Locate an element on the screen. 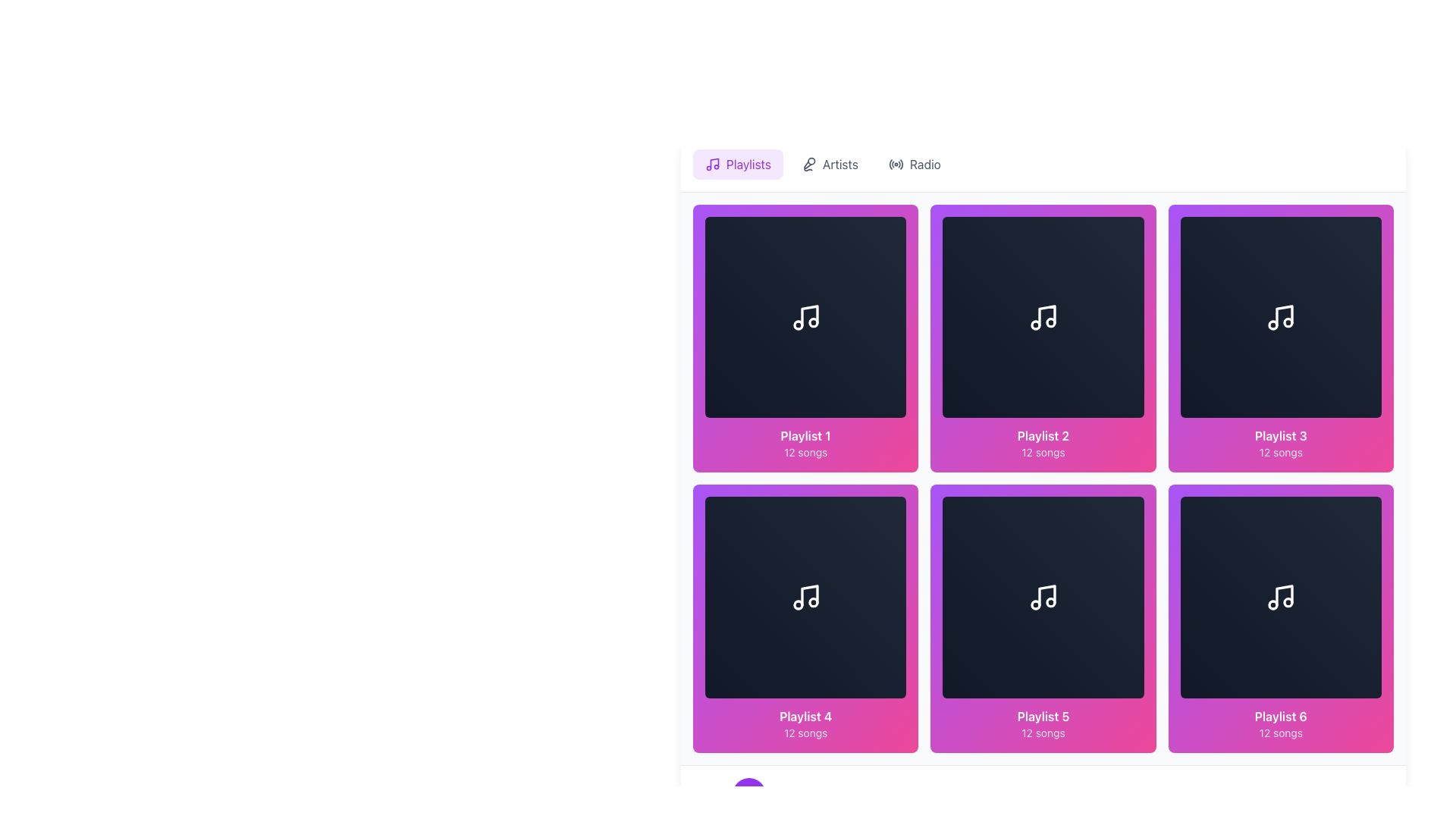  the 'Artists' button, which is a horizontally aligned button featuring a microphone icon and the text 'Artists' in light gray is located at coordinates (829, 164).